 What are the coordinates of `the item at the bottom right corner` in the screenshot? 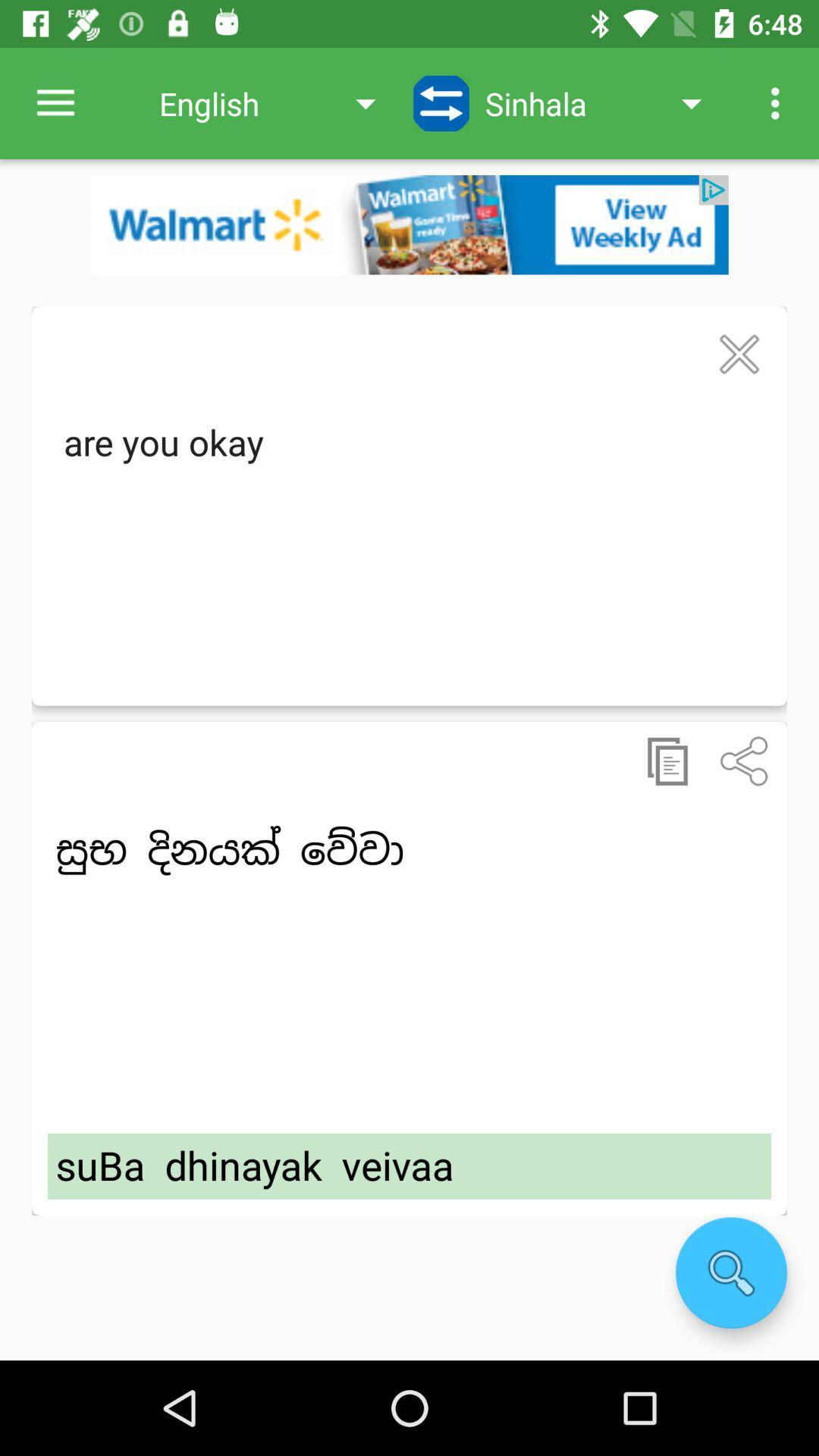 It's located at (730, 1272).